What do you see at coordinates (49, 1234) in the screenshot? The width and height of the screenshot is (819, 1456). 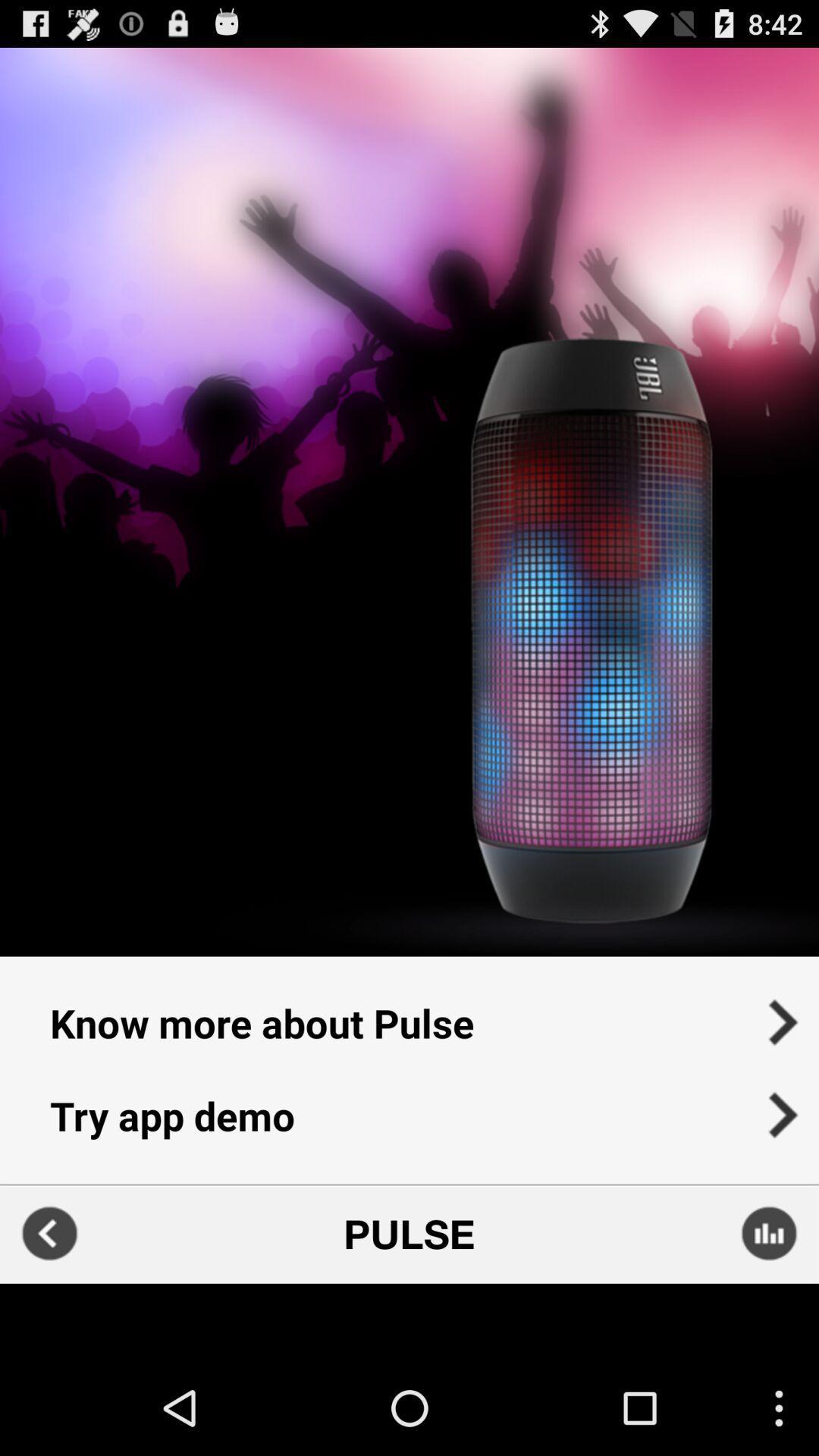 I see `go back` at bounding box center [49, 1234].